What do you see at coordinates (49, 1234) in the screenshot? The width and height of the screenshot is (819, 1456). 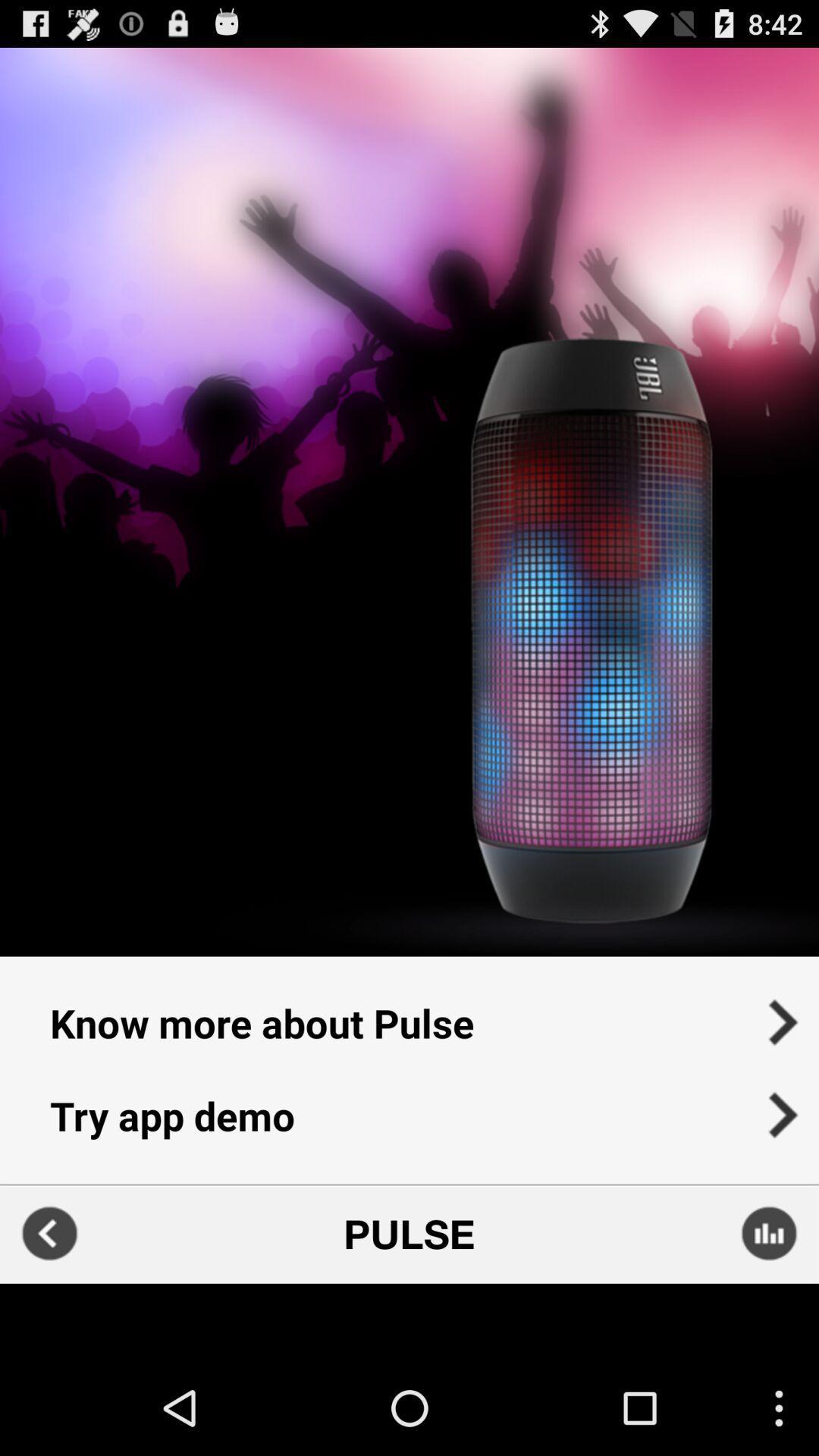 I see `go back` at bounding box center [49, 1234].